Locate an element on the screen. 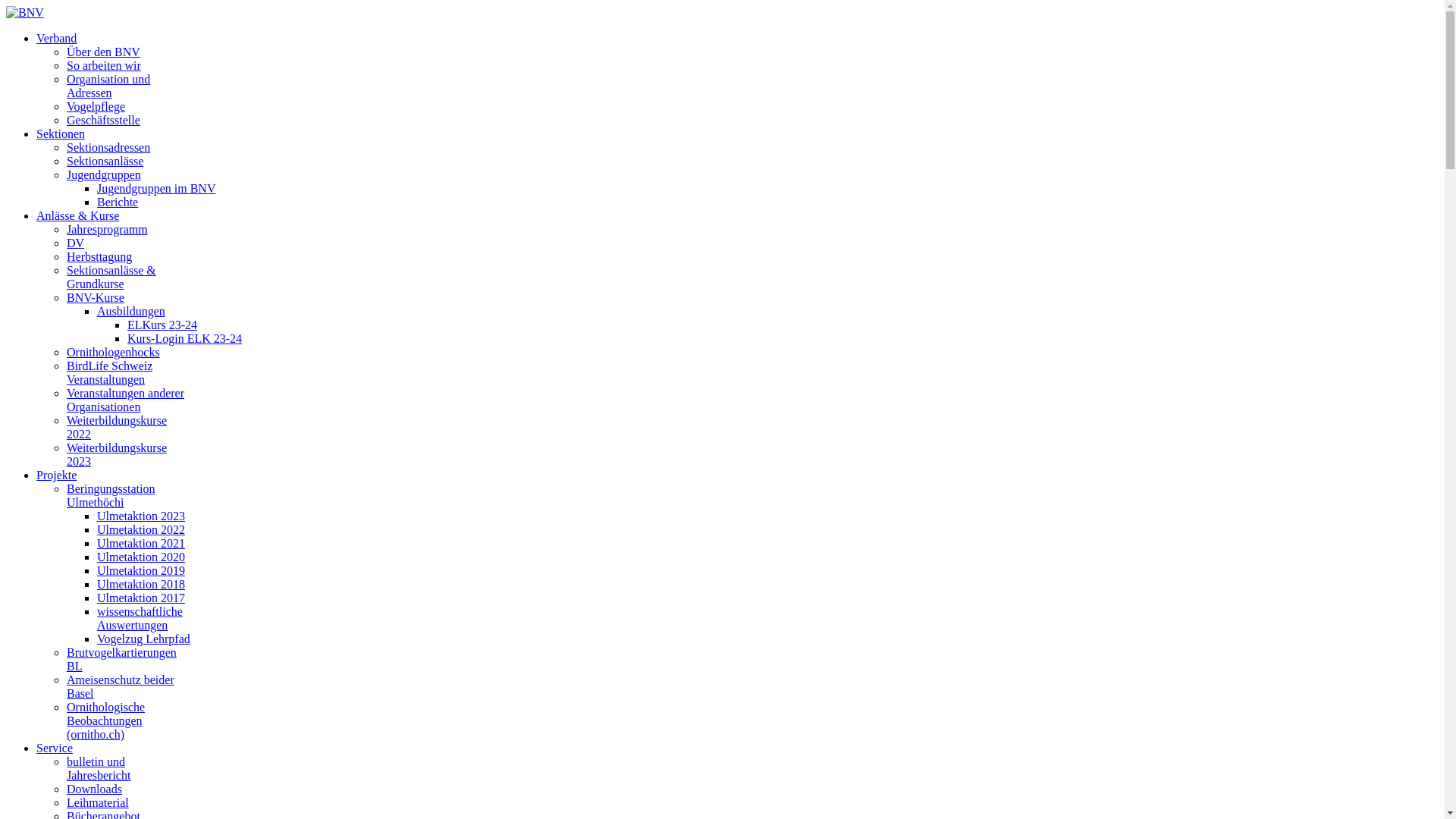  'ELKurs 23-24' is located at coordinates (162, 324).